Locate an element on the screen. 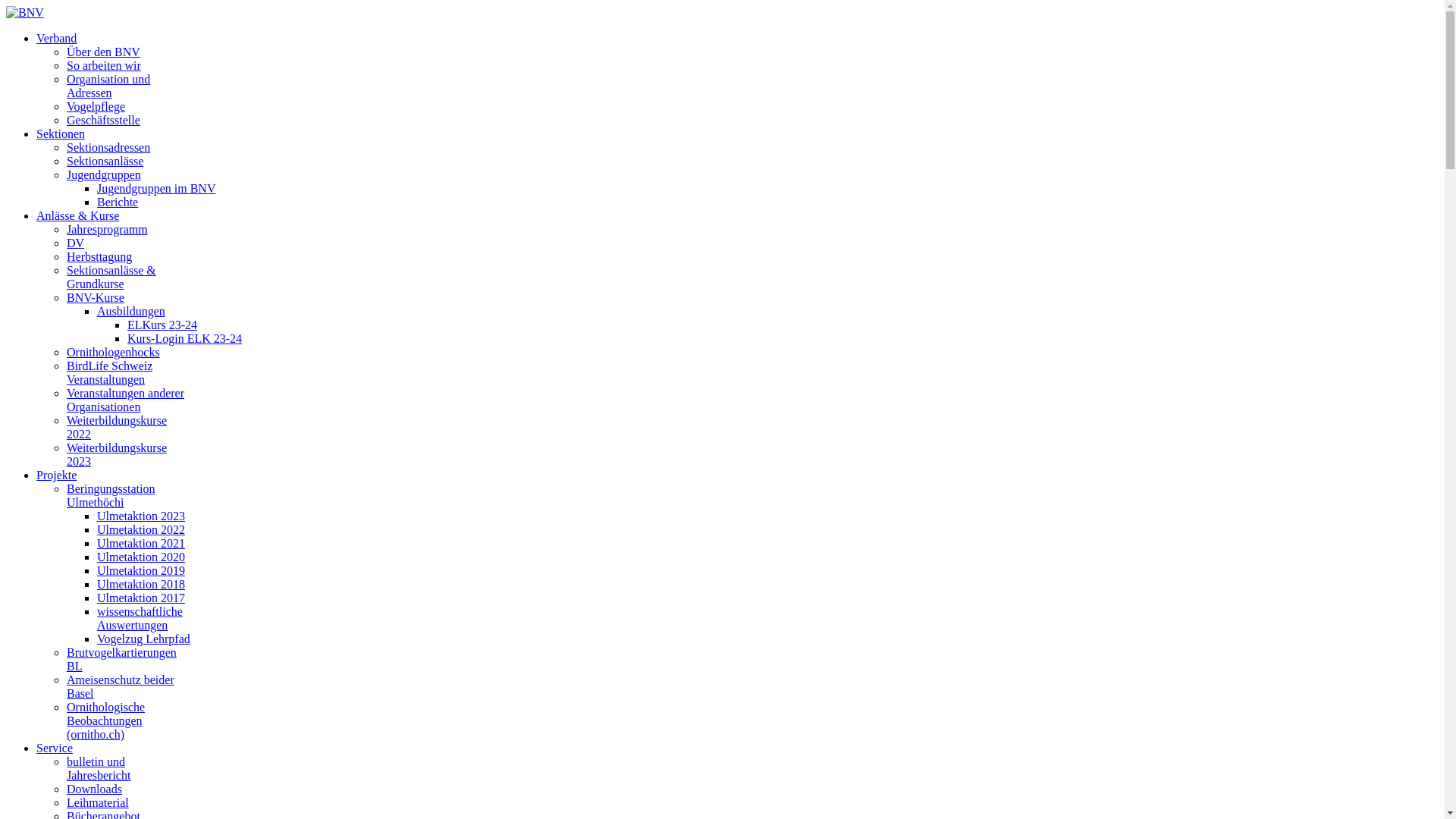  'ELKurs 23-24' is located at coordinates (162, 324).